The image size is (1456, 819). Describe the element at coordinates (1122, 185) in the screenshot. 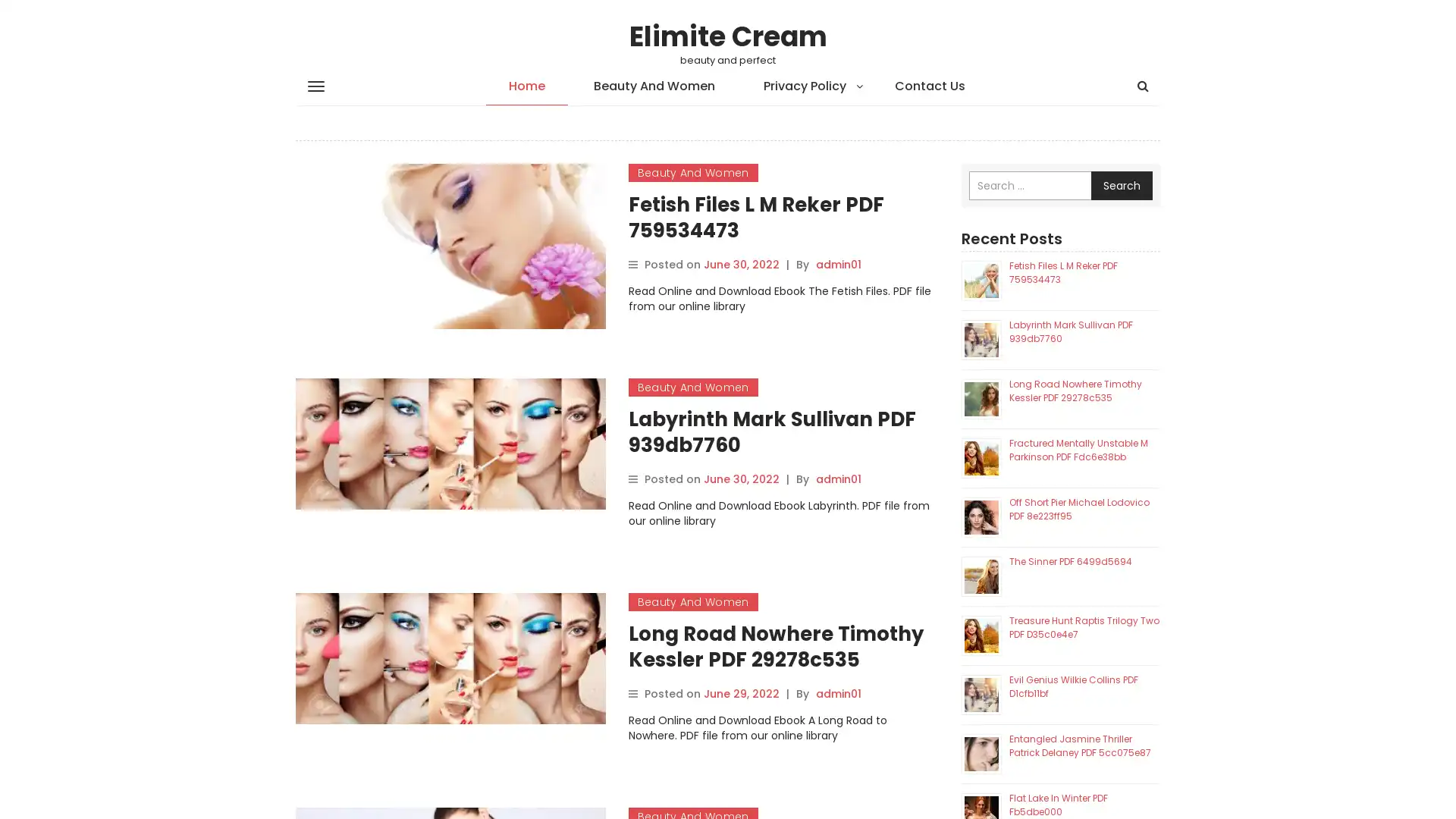

I see `Search` at that location.